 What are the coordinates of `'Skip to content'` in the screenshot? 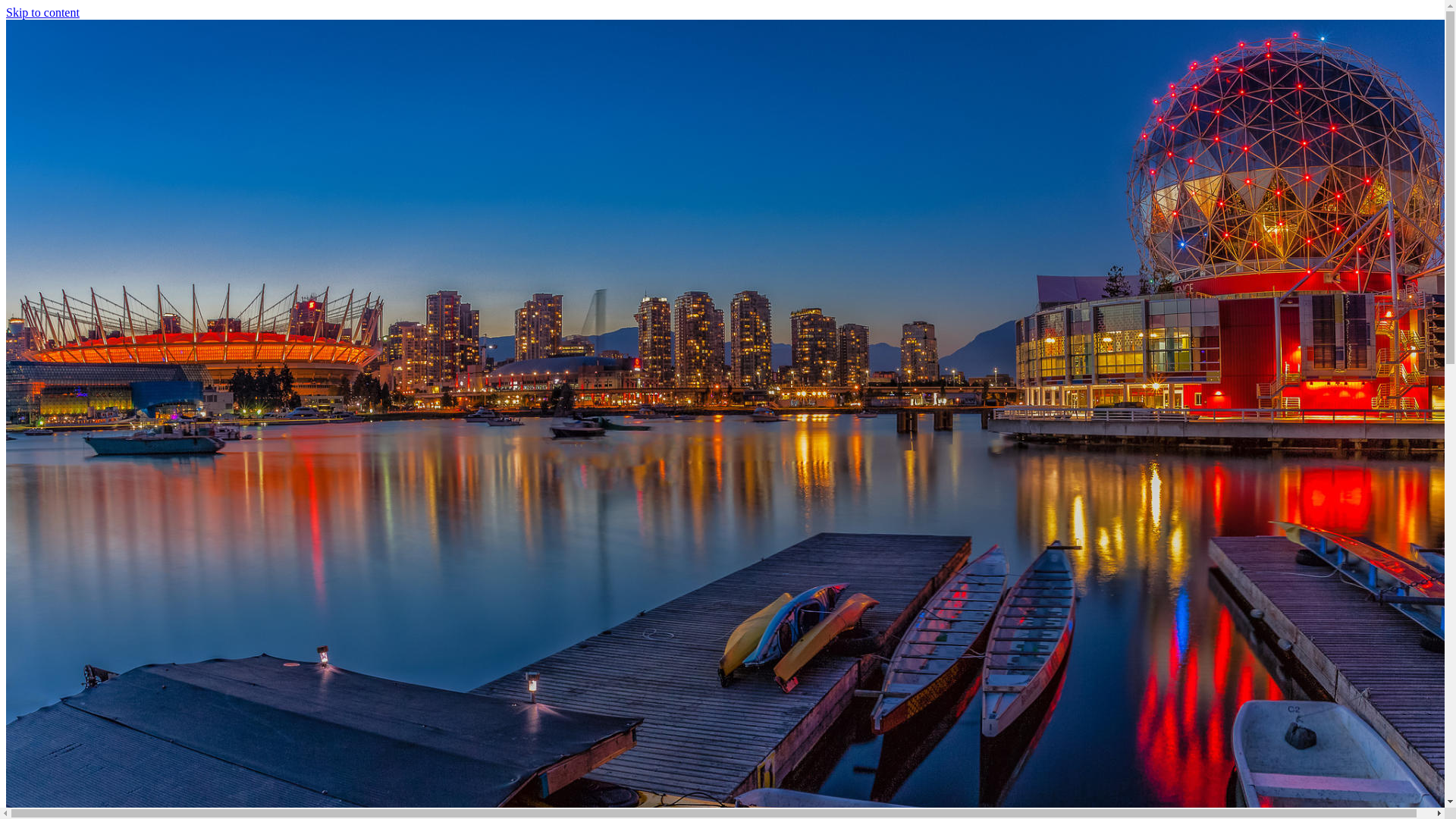 It's located at (42, 12).